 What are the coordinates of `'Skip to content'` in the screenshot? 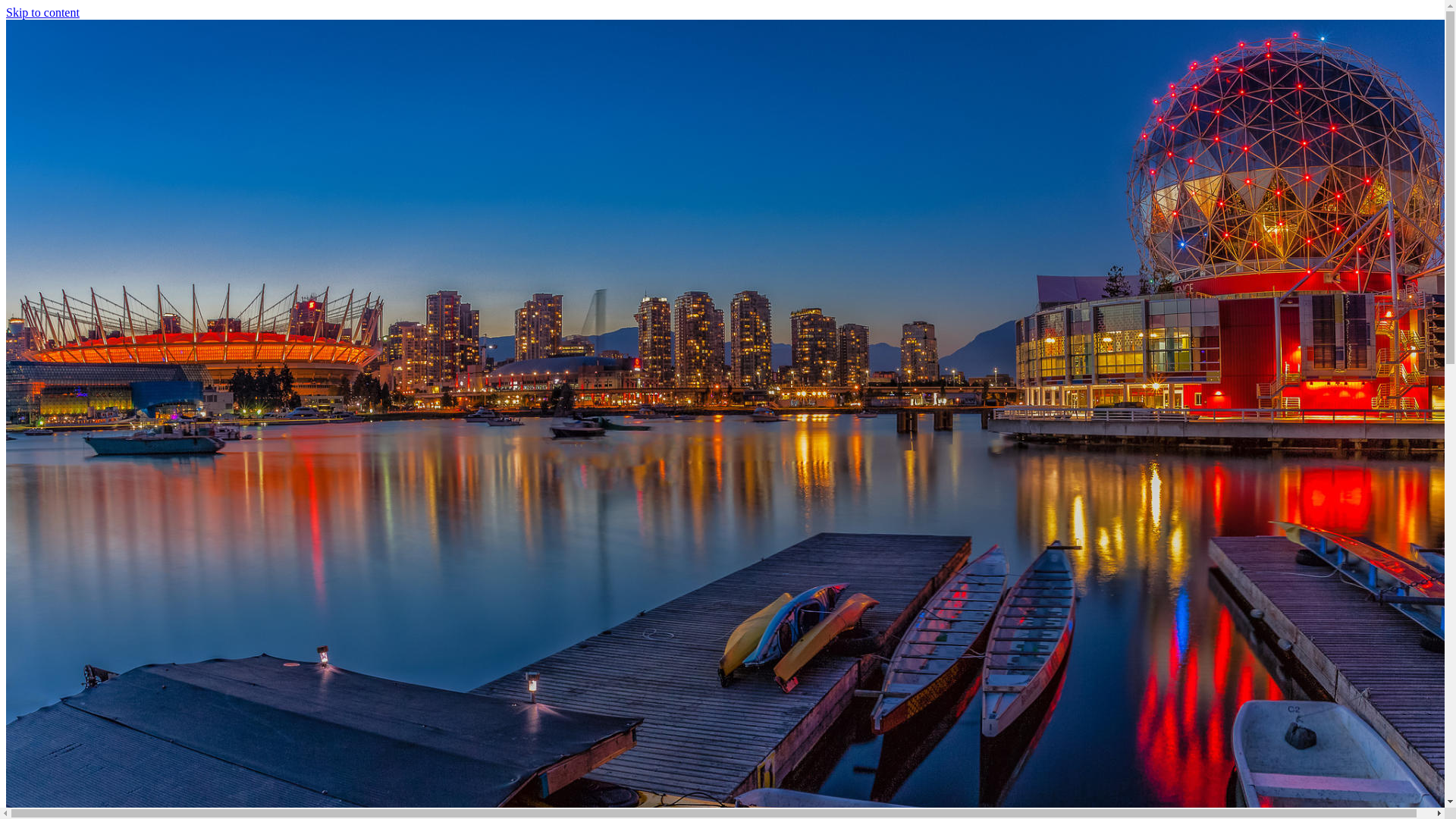 It's located at (42, 12).